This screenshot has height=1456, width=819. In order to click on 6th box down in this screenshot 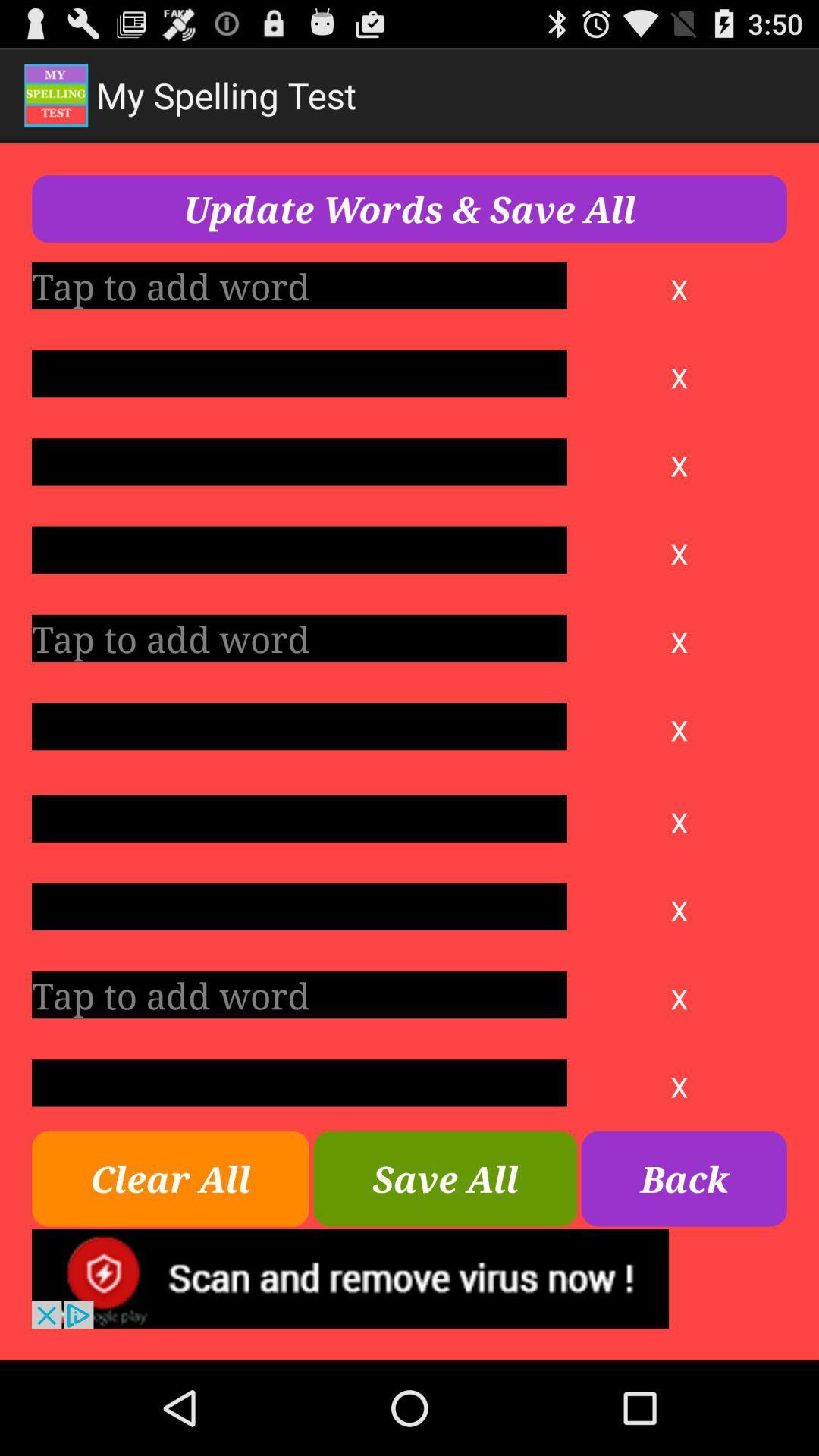, I will do `click(299, 726)`.